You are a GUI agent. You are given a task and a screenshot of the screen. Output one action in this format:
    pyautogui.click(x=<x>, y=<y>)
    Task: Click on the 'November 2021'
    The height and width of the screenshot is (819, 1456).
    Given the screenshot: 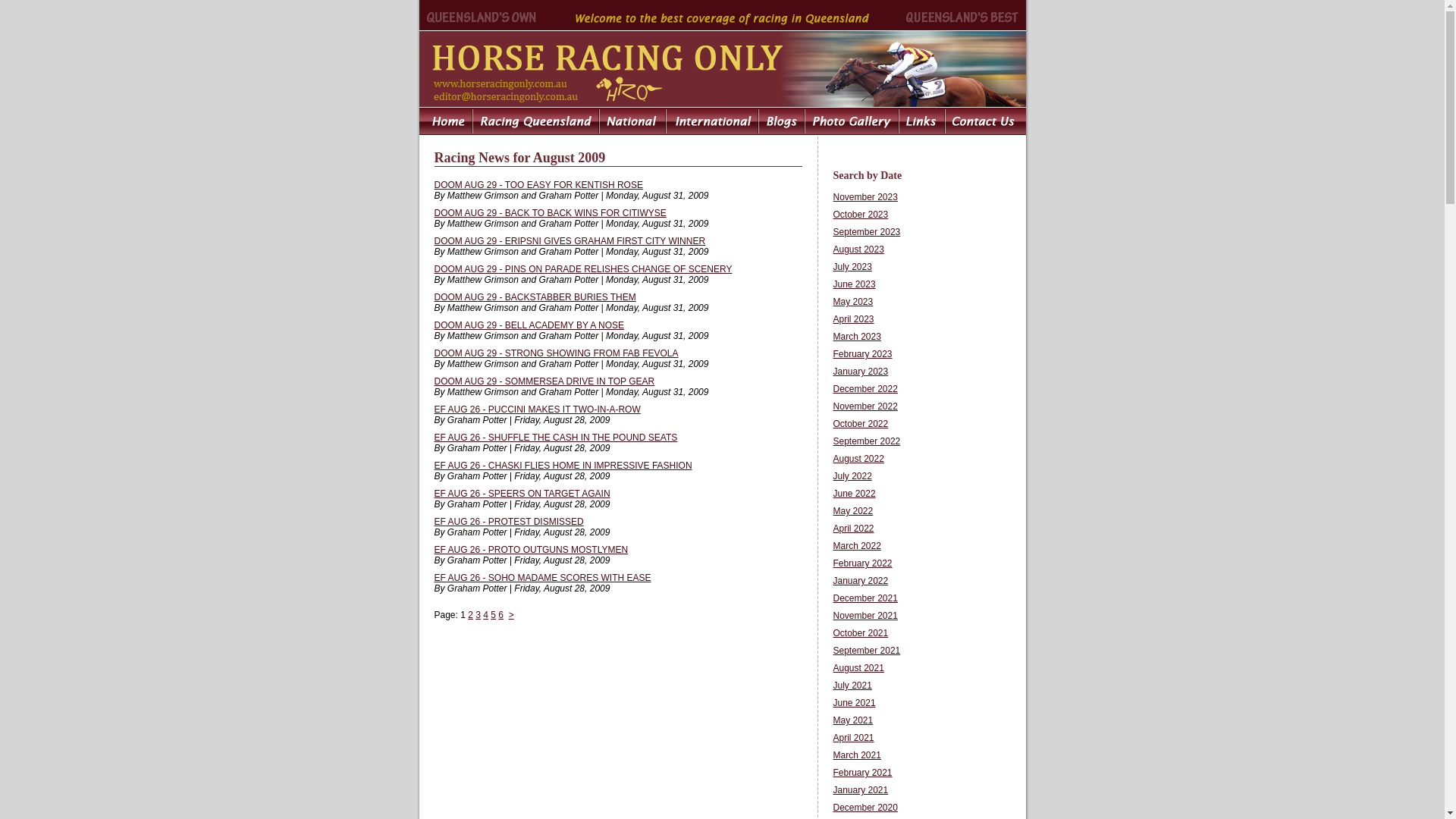 What is the action you would take?
    pyautogui.click(x=864, y=616)
    